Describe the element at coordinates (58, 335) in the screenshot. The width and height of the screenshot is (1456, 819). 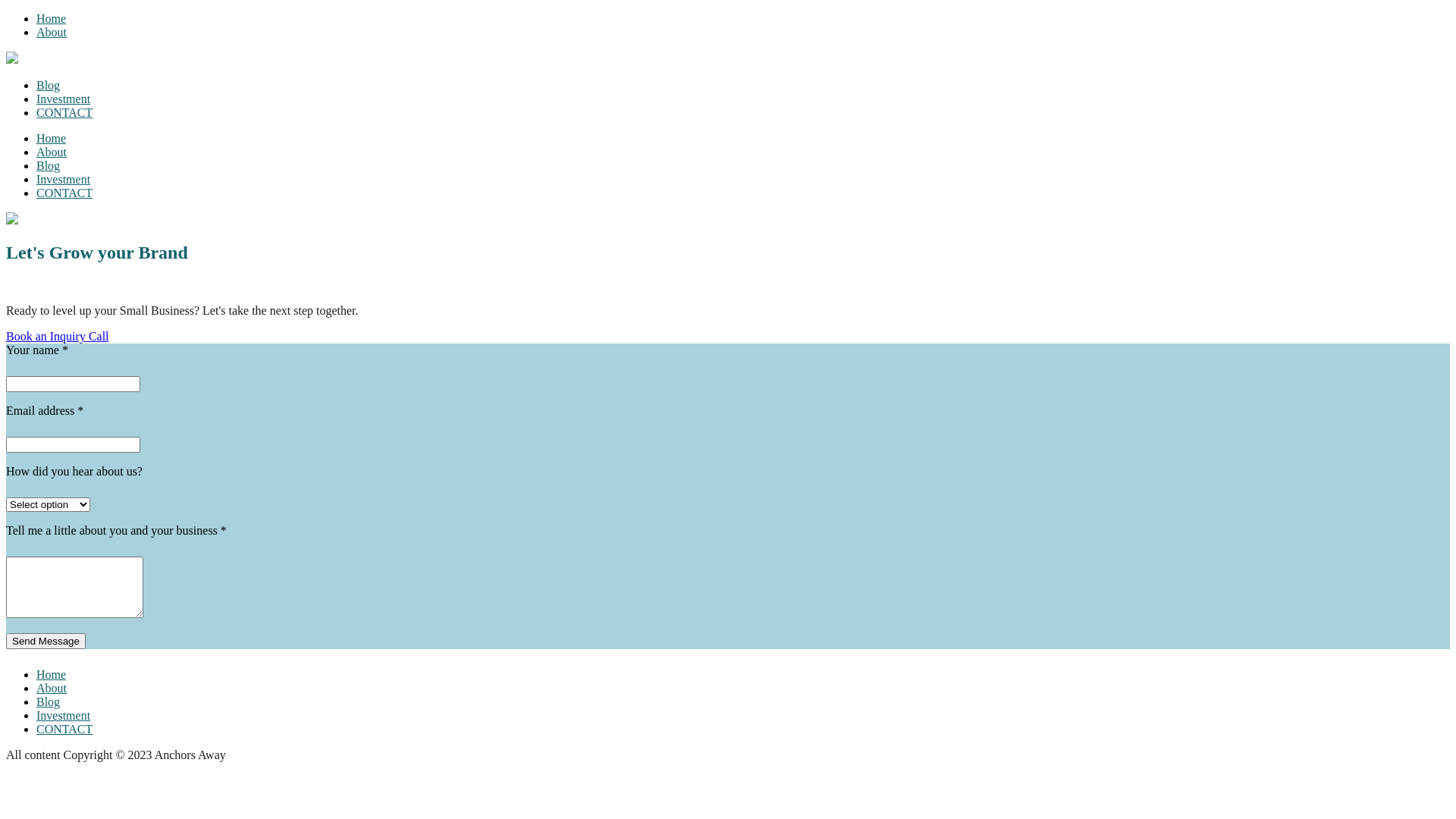
I see `'Book an Inquiry Call'` at that location.